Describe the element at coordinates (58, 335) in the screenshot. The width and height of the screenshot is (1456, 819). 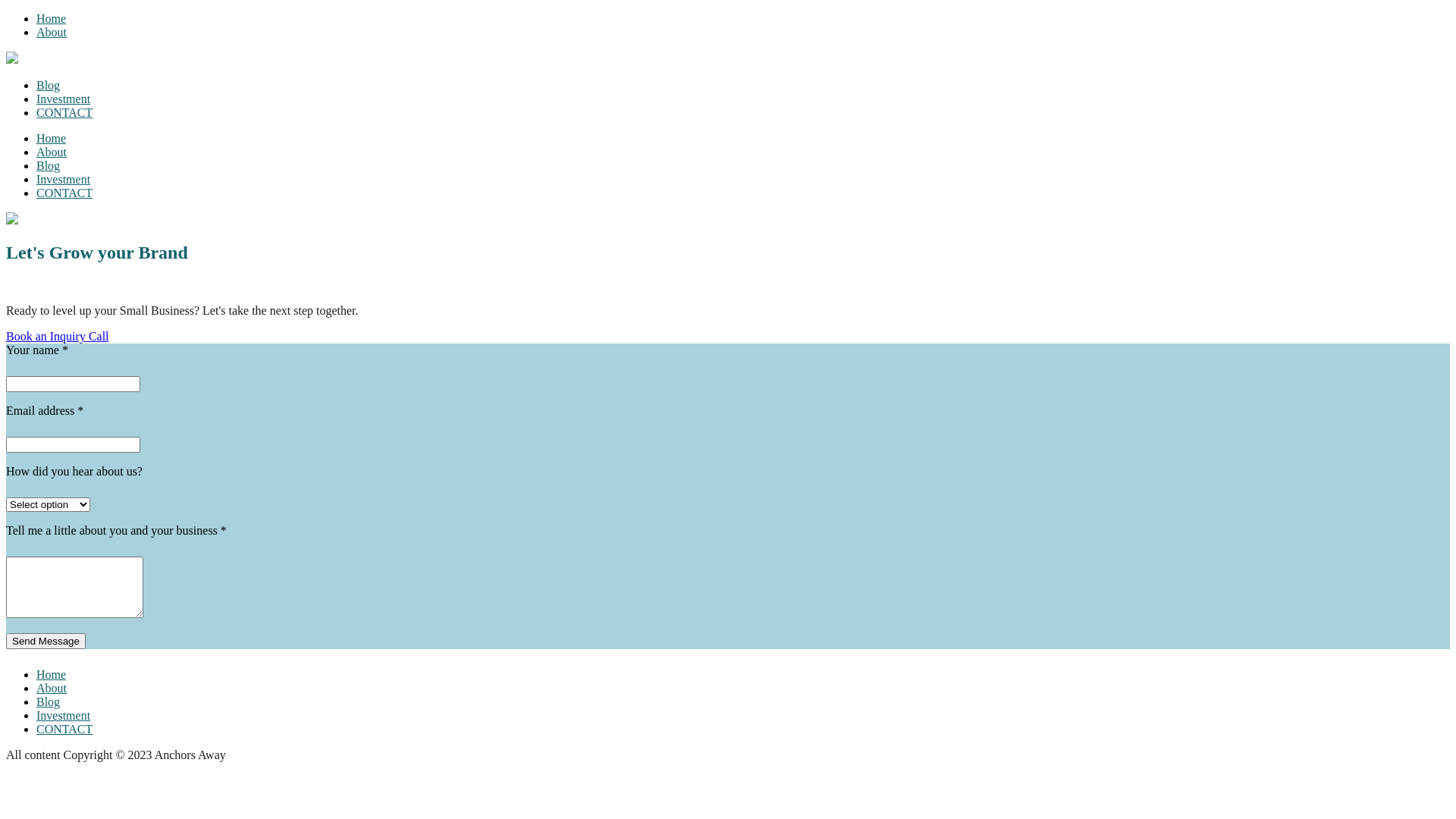
I see `'Book an Inquiry Call'` at that location.